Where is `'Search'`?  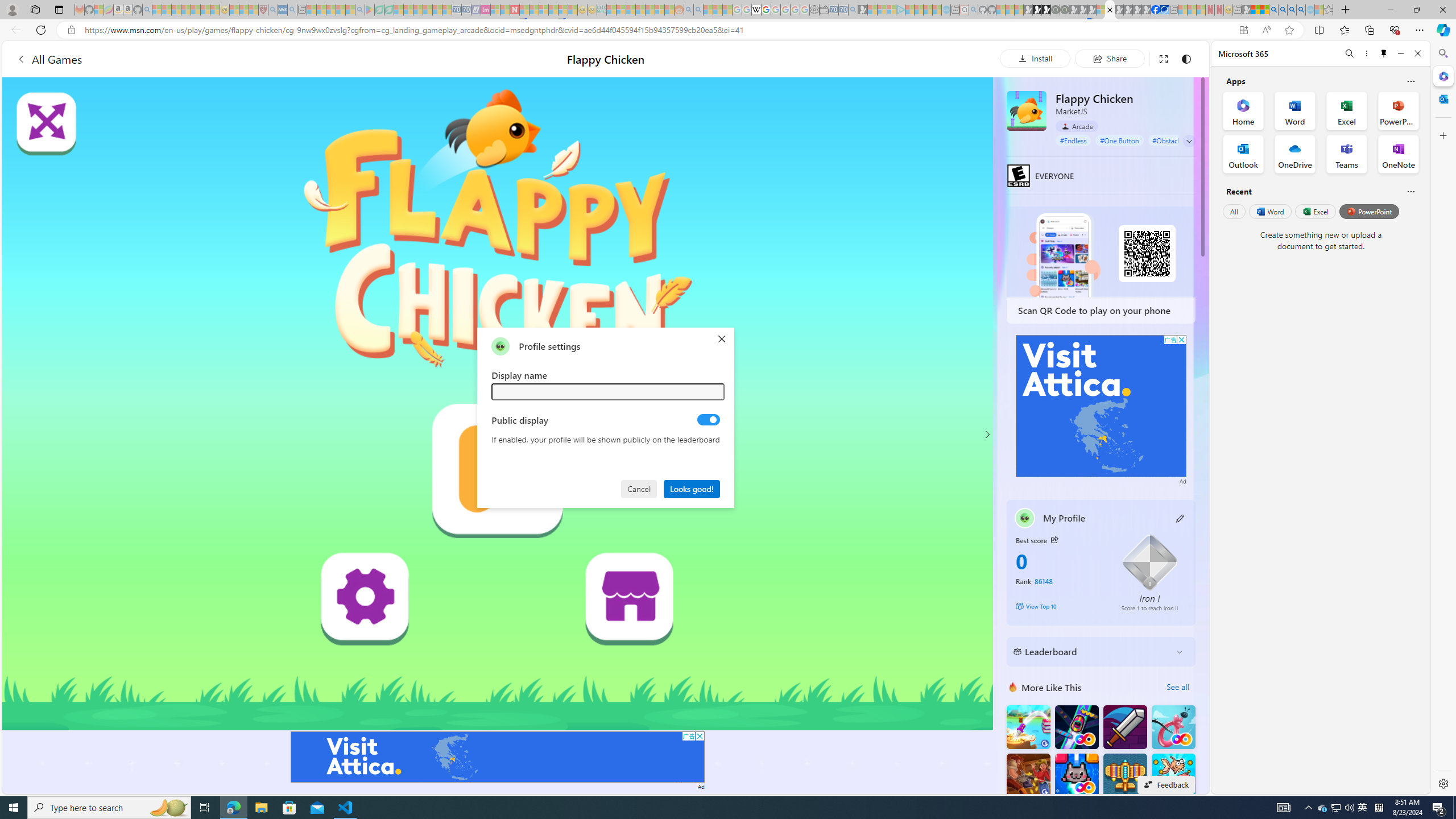
'Search' is located at coordinates (1442, 53).